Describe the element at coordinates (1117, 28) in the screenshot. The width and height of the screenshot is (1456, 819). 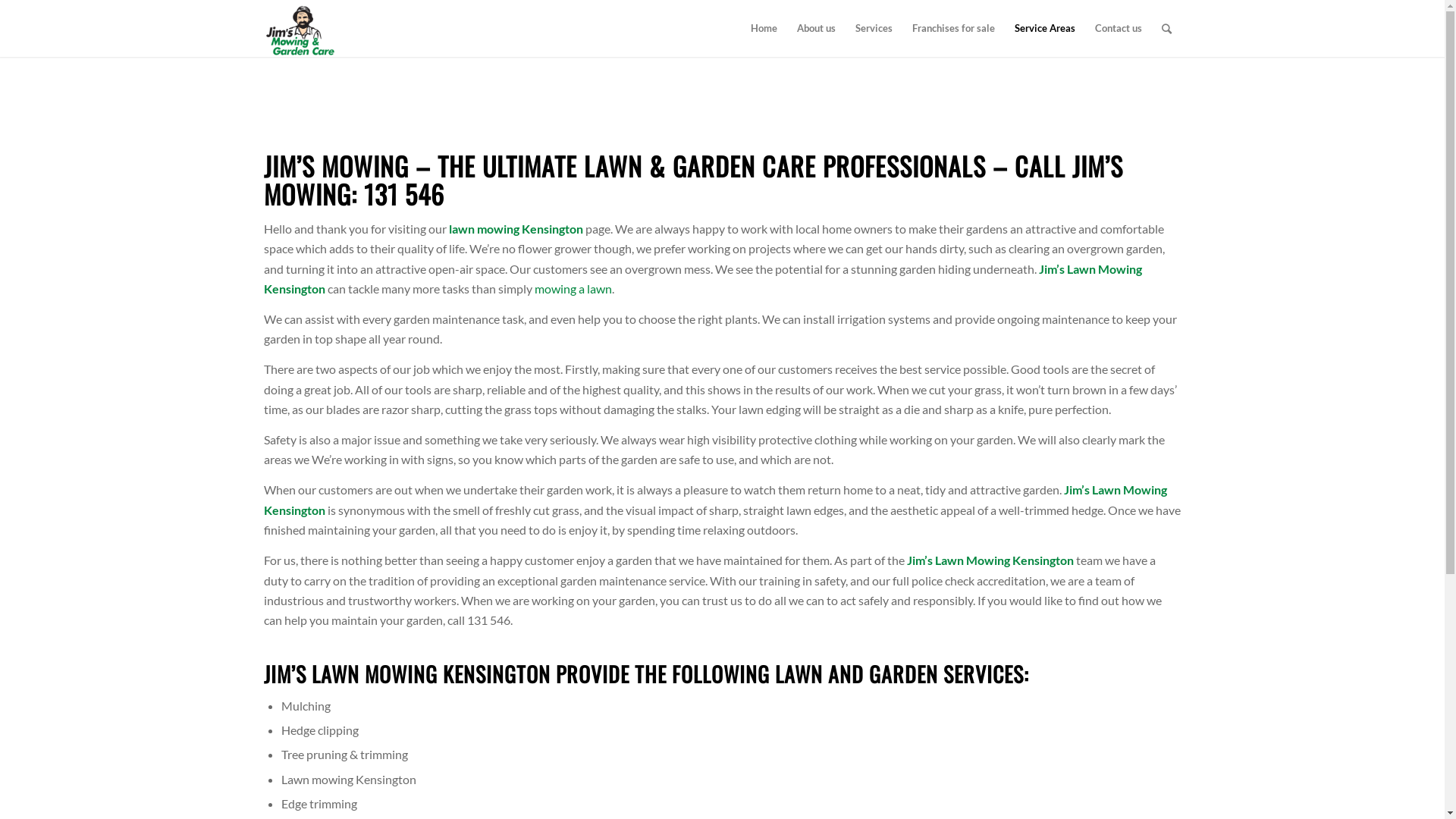
I see `'Contact us'` at that location.